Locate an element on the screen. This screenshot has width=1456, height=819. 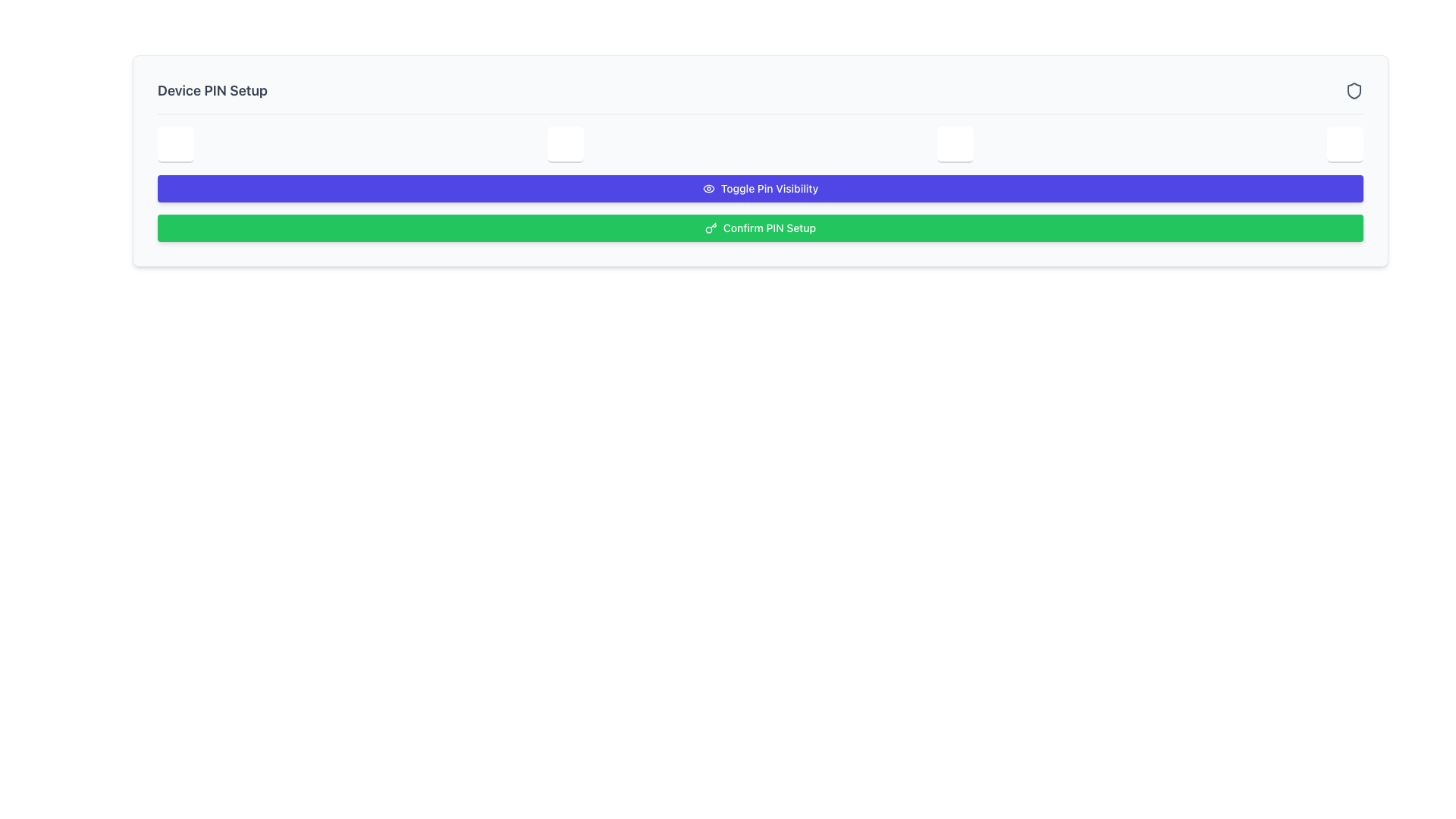
the eye icon shape to toggle the visibility of sensitive information, located centrally above the 'Toggle PIN Visibility' text is located at coordinates (708, 188).